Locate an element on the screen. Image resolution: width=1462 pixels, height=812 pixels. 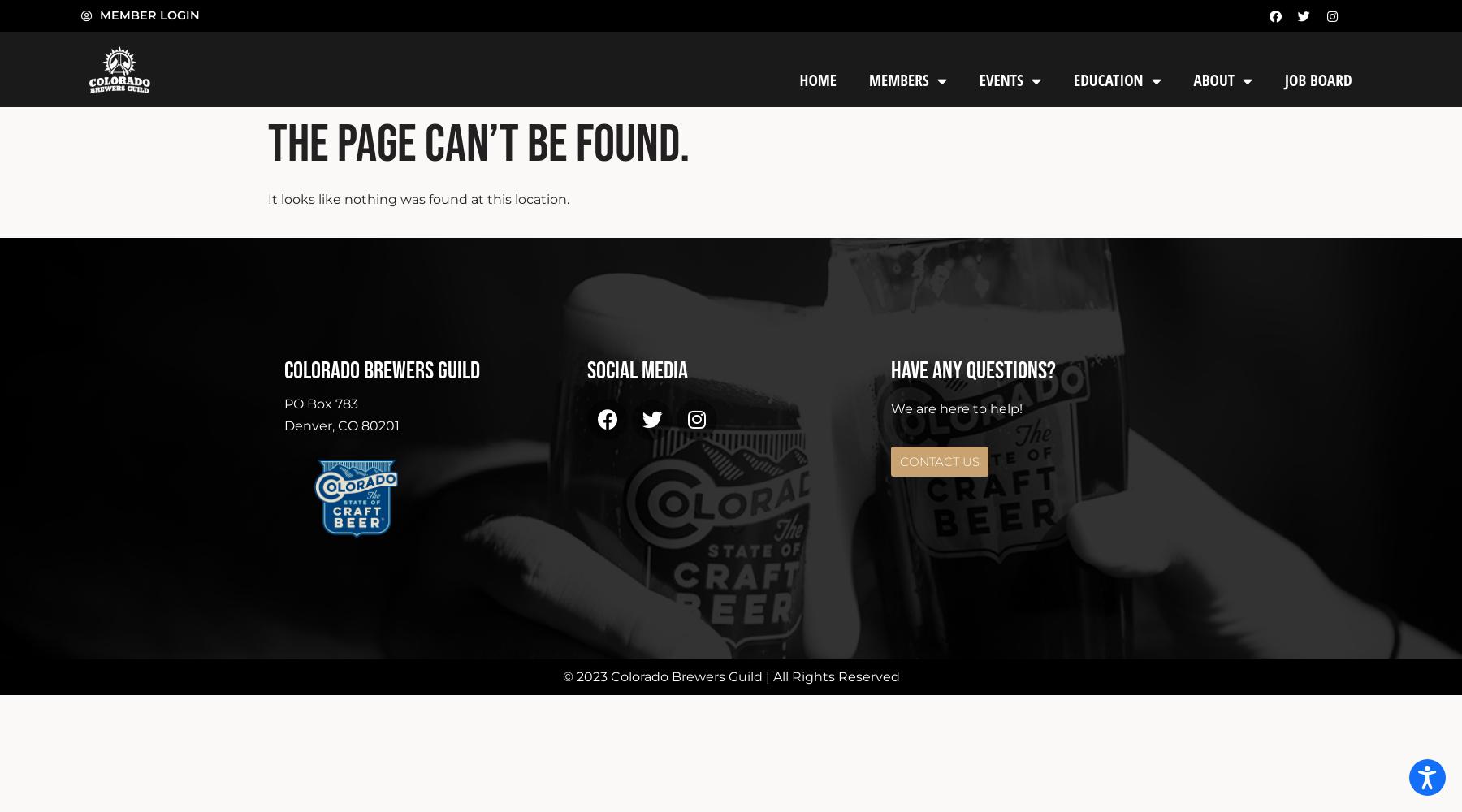
'Have Any Questions?' is located at coordinates (971, 369).